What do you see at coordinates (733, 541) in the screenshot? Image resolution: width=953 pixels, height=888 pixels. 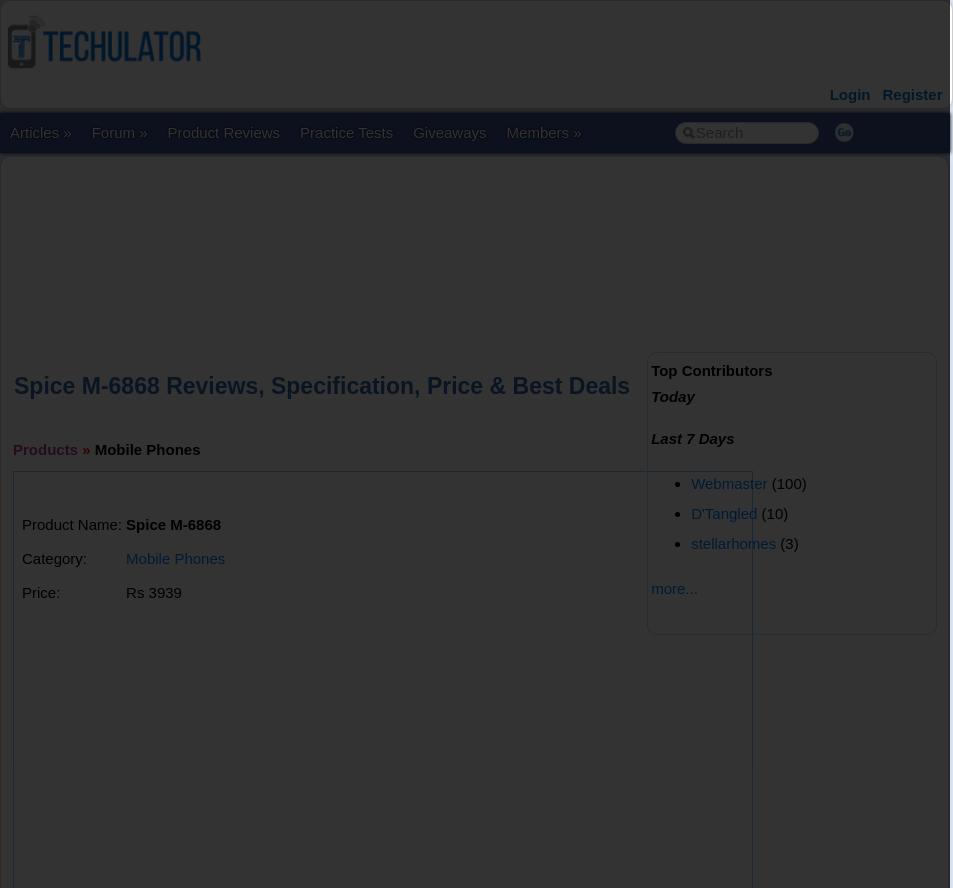 I see `'stellarhomes'` at bounding box center [733, 541].